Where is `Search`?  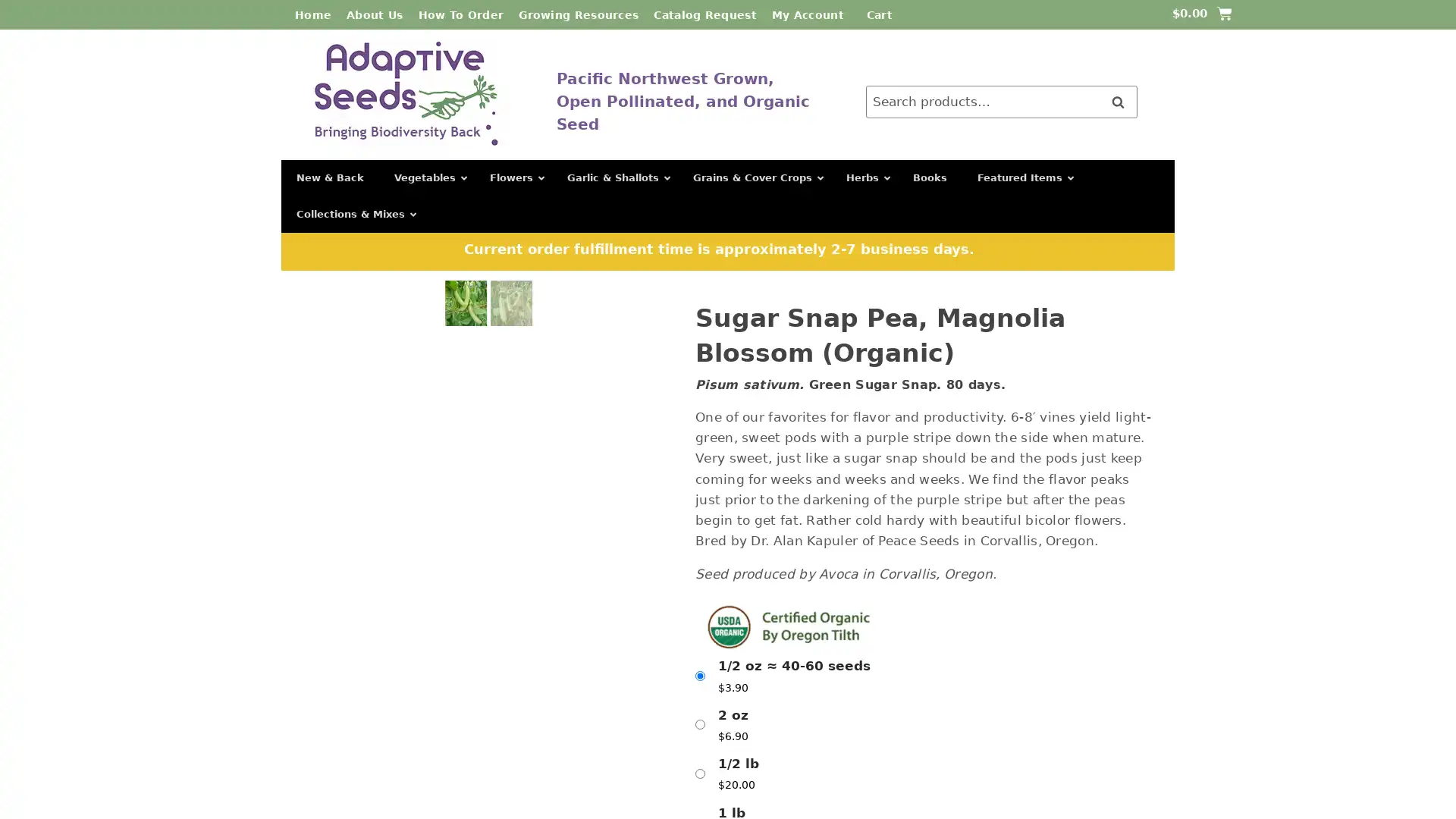 Search is located at coordinates (1117, 102).